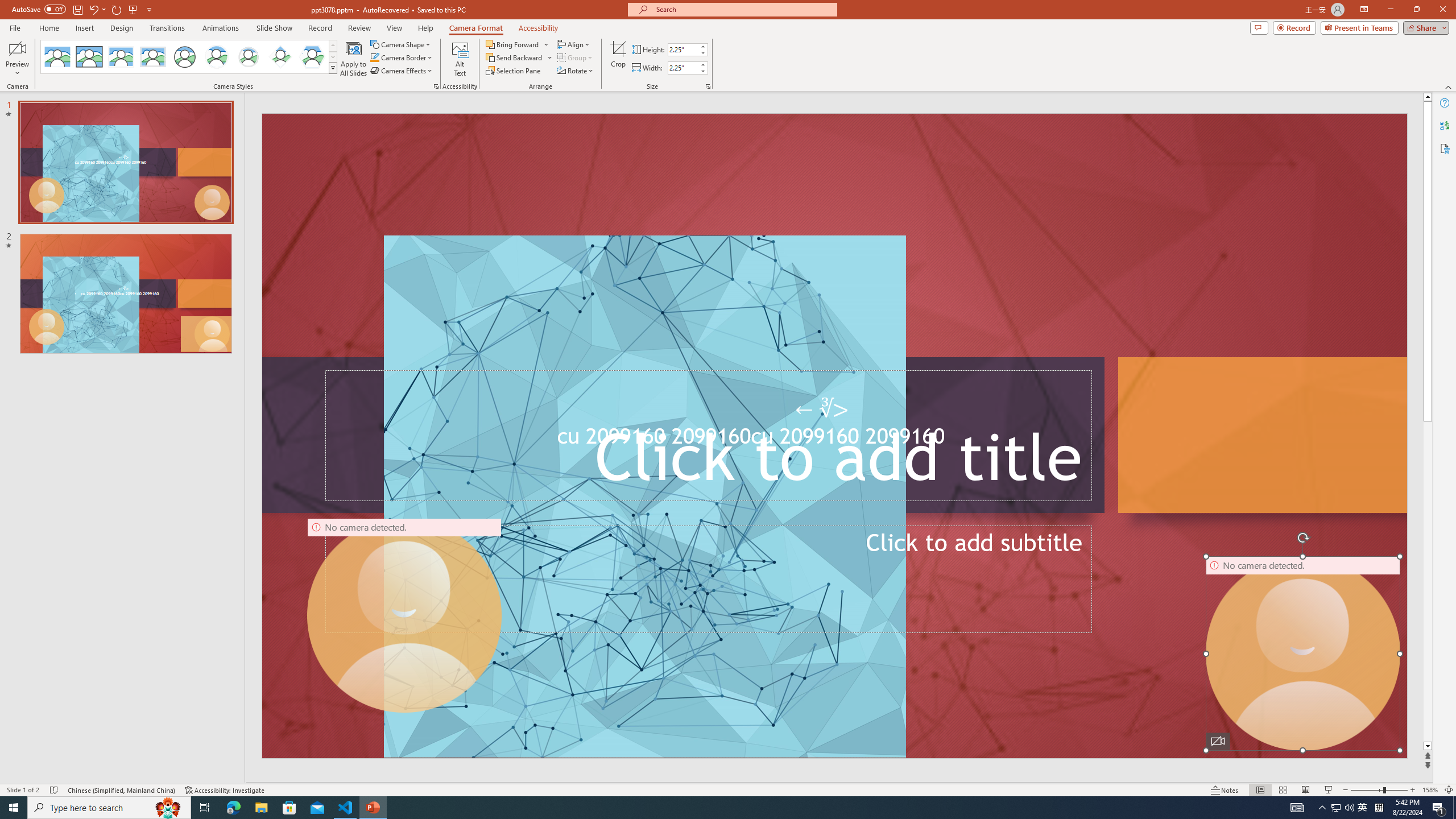 The width and height of the screenshot is (1456, 819). What do you see at coordinates (575, 69) in the screenshot?
I see `'Rotate'` at bounding box center [575, 69].